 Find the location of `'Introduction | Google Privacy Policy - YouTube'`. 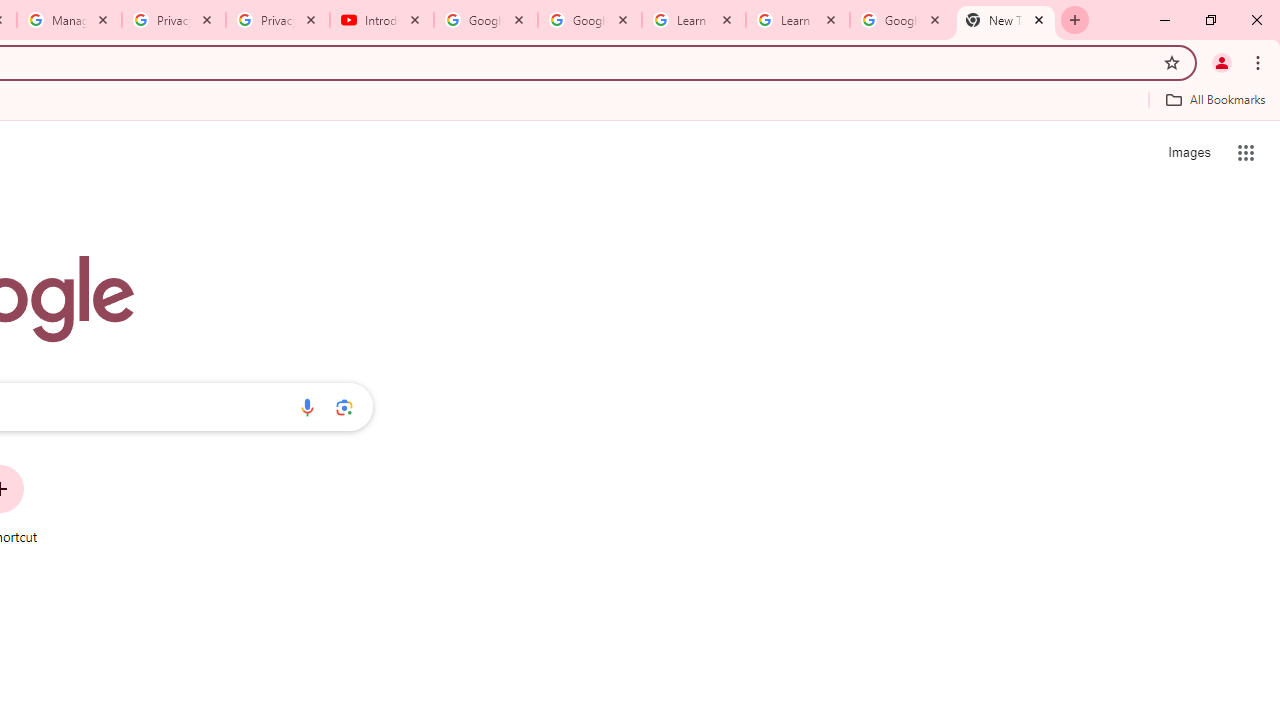

'Introduction | Google Privacy Policy - YouTube' is located at coordinates (382, 20).